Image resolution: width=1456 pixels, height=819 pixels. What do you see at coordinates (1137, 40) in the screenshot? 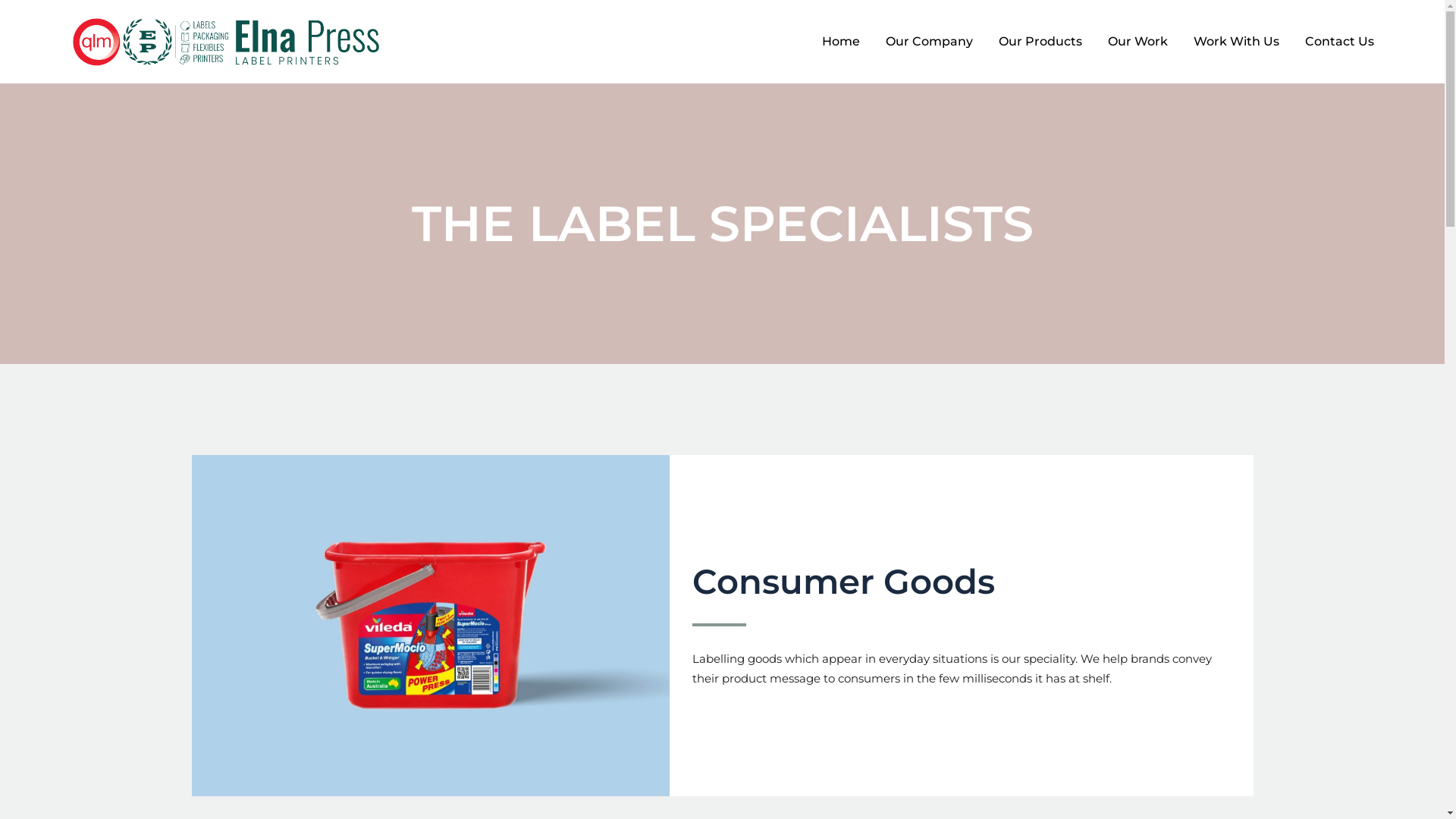
I see `'Our Work'` at bounding box center [1137, 40].